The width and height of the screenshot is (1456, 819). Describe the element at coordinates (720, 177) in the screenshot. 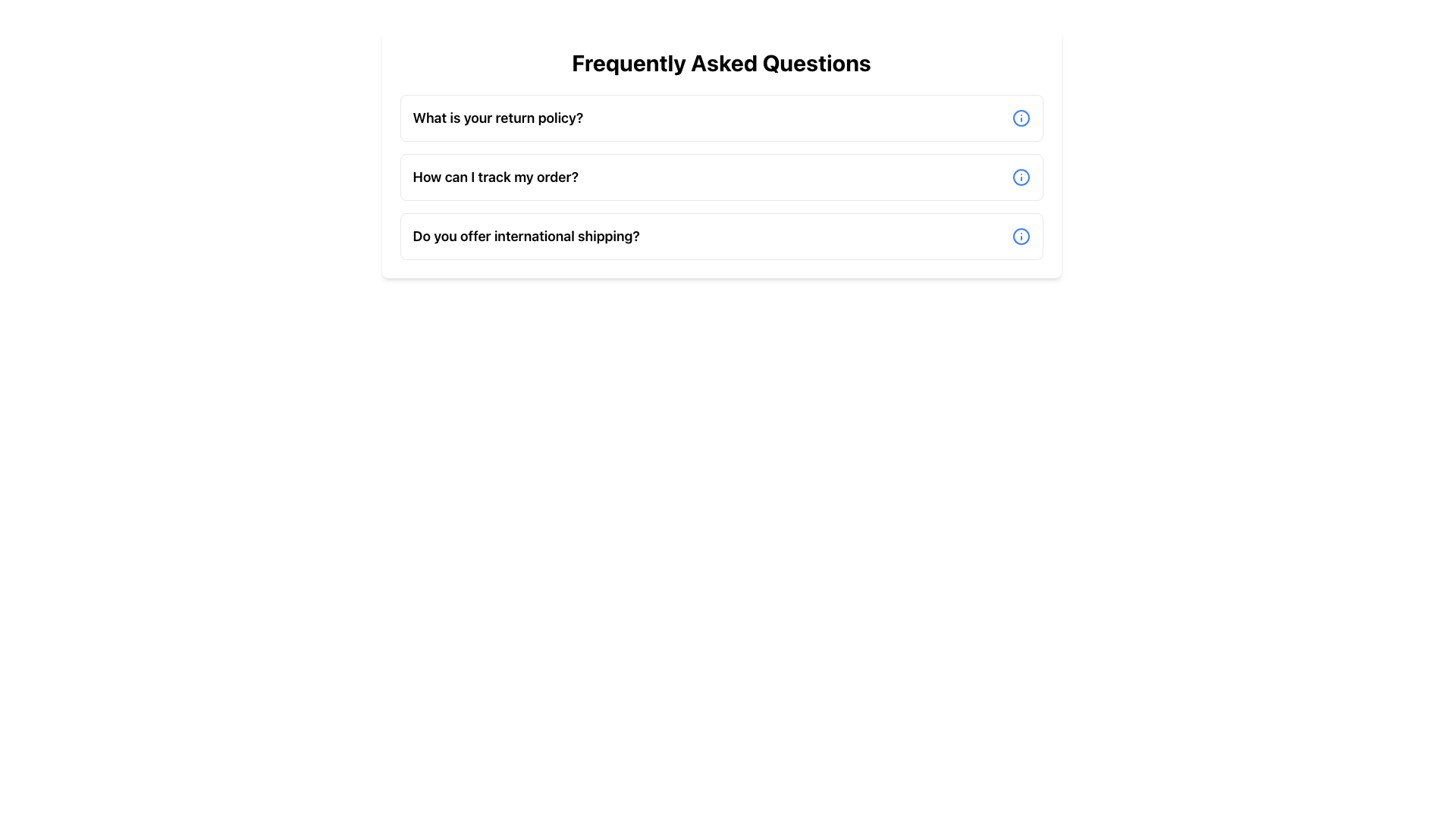

I see `the interactive list item displaying 'How can I track my order?'` at that location.